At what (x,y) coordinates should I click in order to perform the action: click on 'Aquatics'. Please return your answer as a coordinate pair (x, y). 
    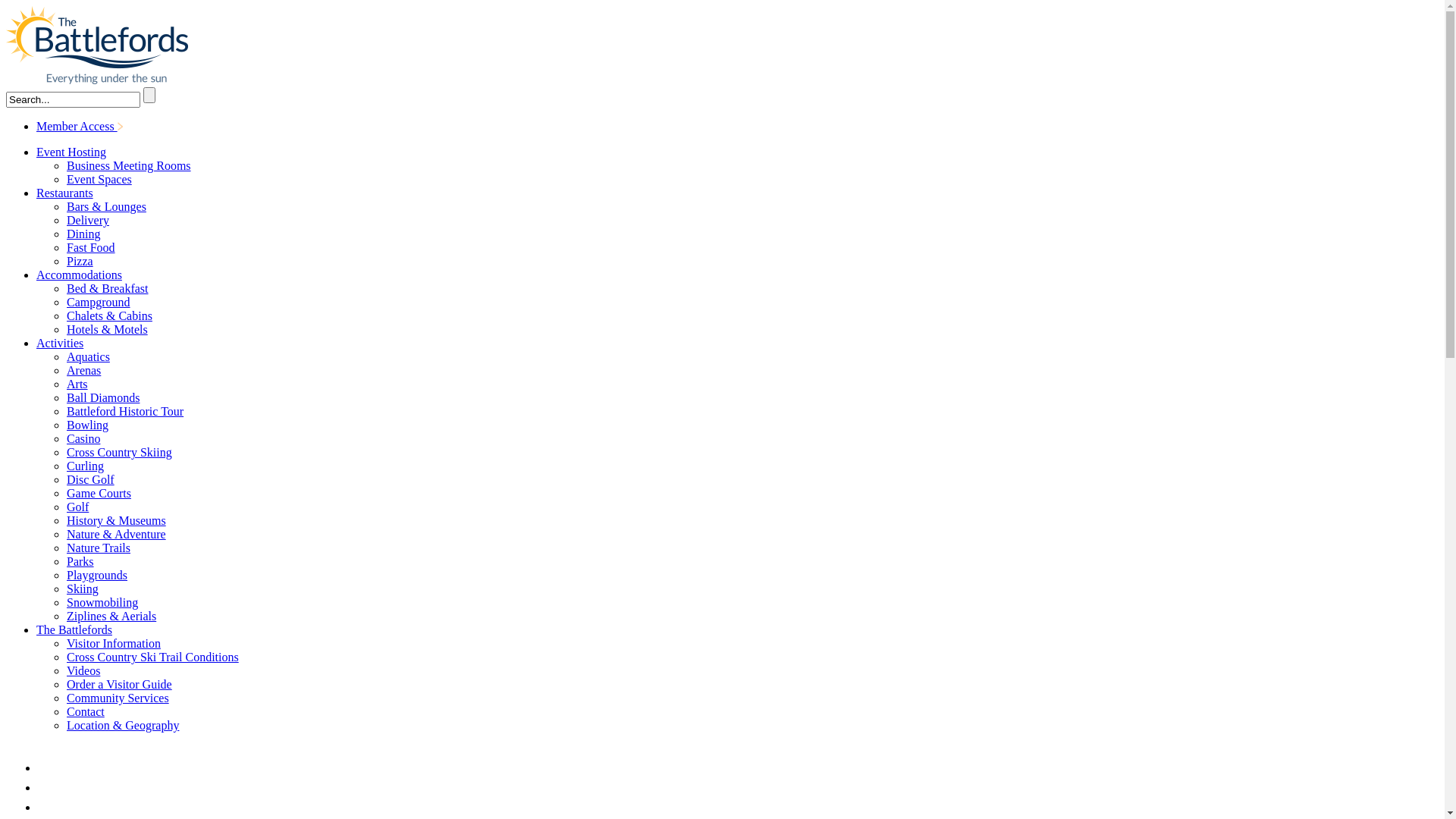
    Looking at the image, I should click on (65, 356).